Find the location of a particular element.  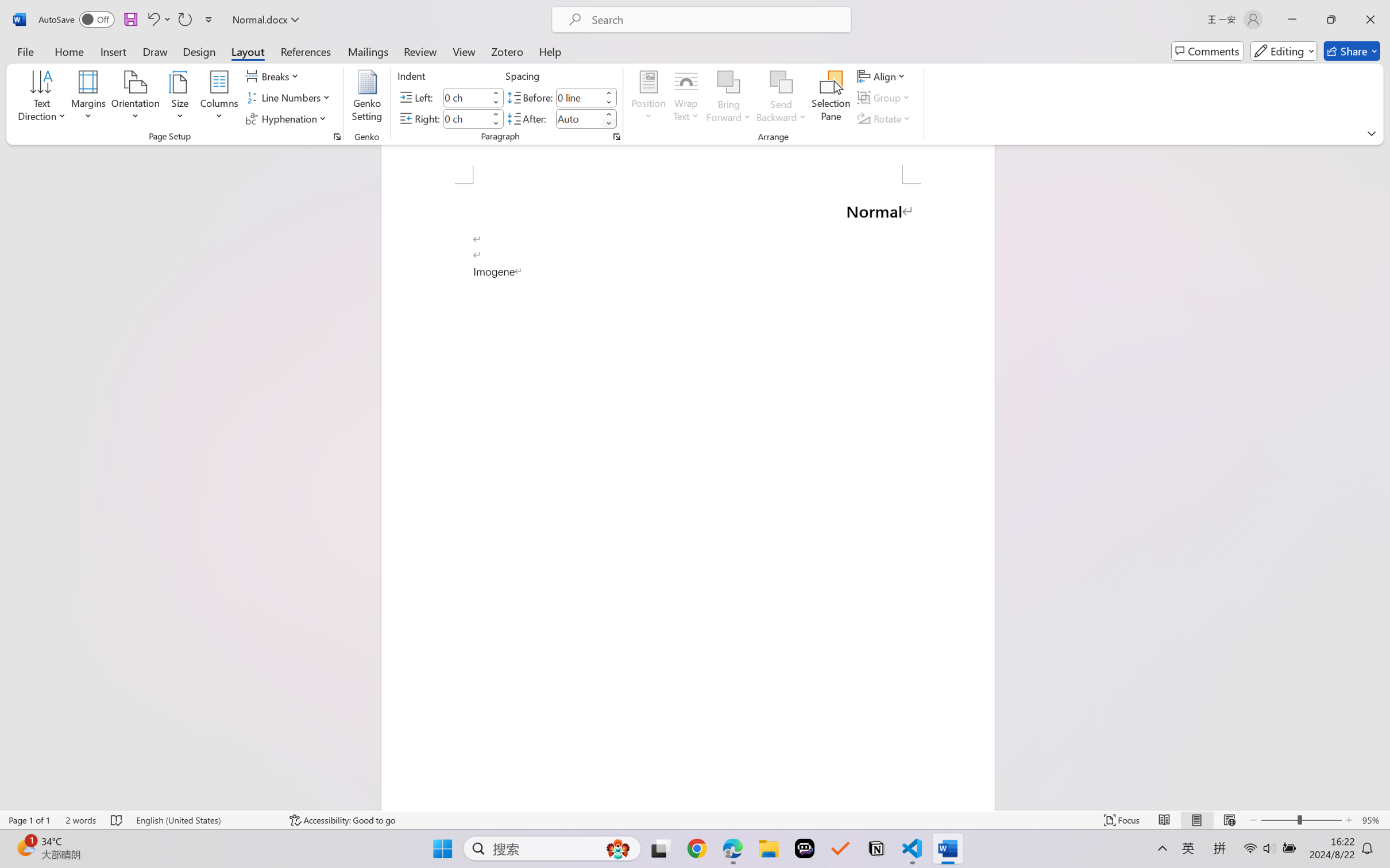

'Position' is located at coordinates (648, 98).